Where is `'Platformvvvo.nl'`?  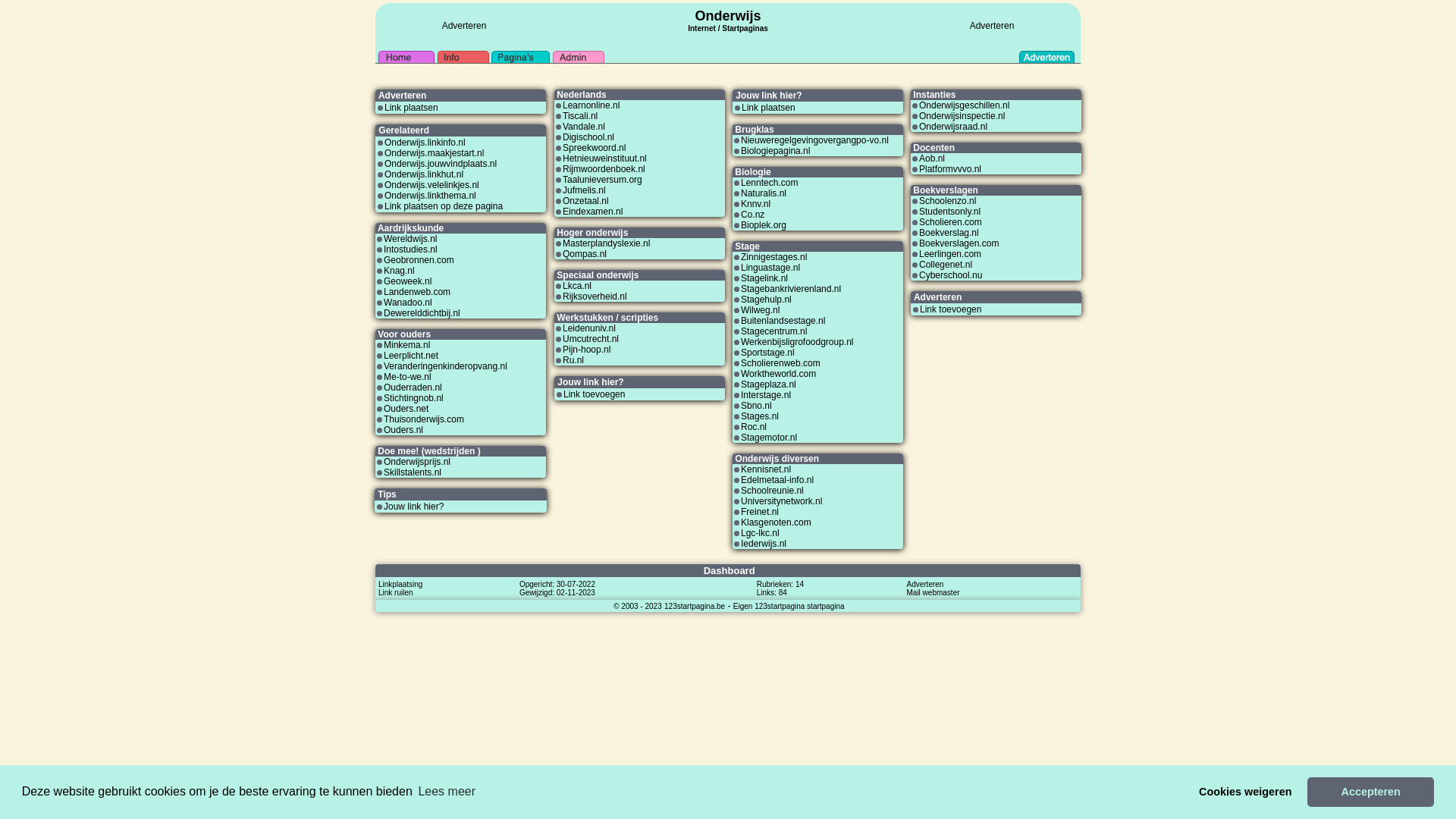
'Platformvvvo.nl' is located at coordinates (949, 169).